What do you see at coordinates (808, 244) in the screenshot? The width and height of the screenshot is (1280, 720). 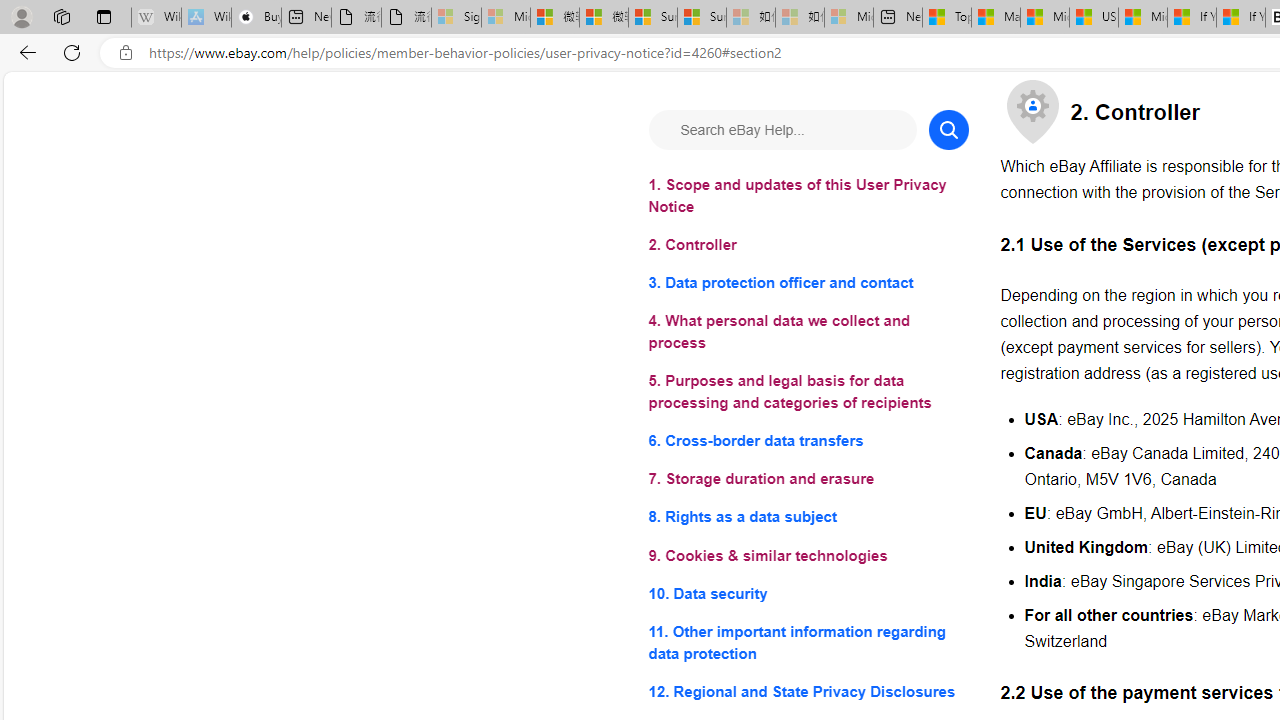 I see `'2. Controller'` at bounding box center [808, 244].